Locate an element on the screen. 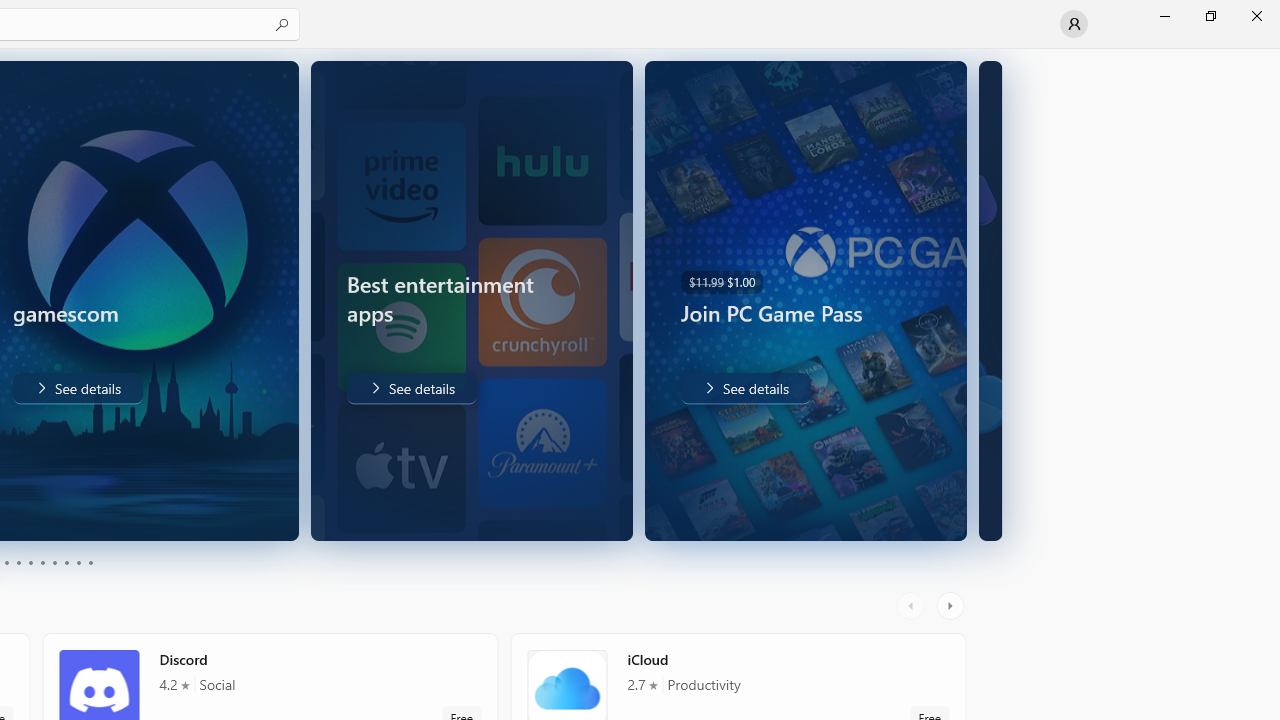 Image resolution: width=1280 pixels, height=720 pixels. 'Page 6' is located at coordinates (42, 563).